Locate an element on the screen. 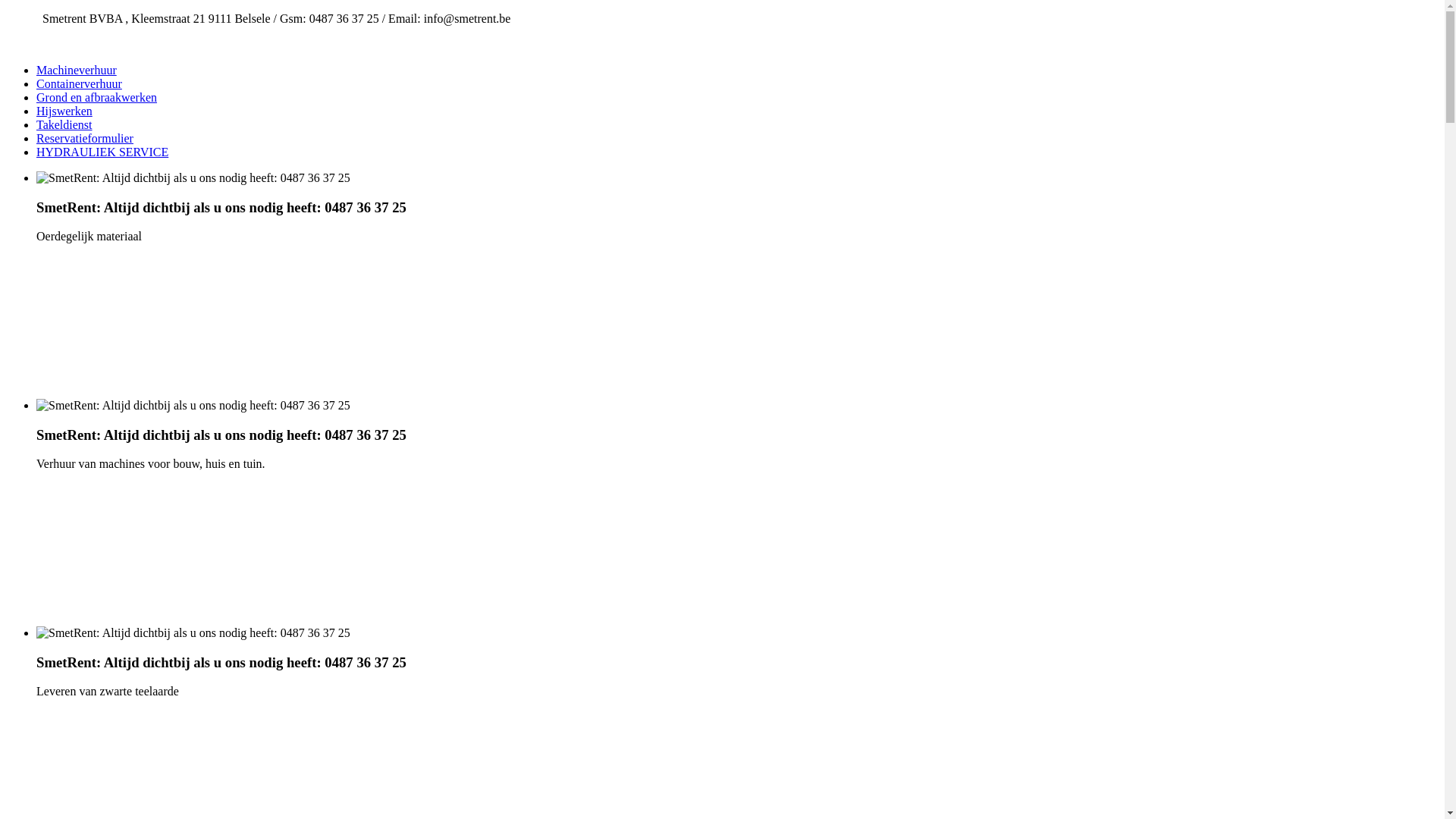 This screenshot has height=819, width=1456. 'Containerverhuur' is located at coordinates (36, 83).